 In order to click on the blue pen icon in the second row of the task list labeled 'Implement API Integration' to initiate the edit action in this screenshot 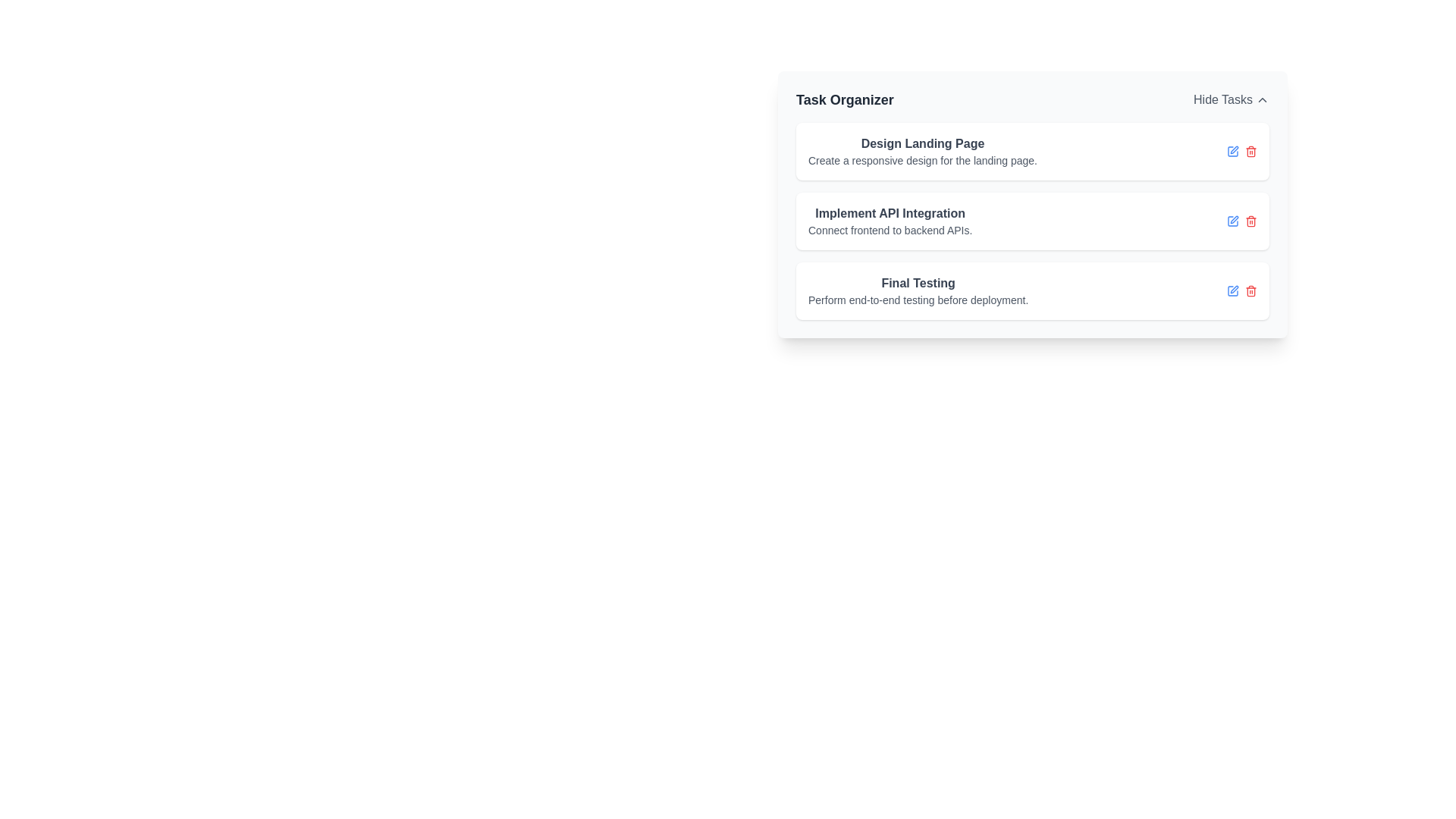, I will do `click(1233, 221)`.